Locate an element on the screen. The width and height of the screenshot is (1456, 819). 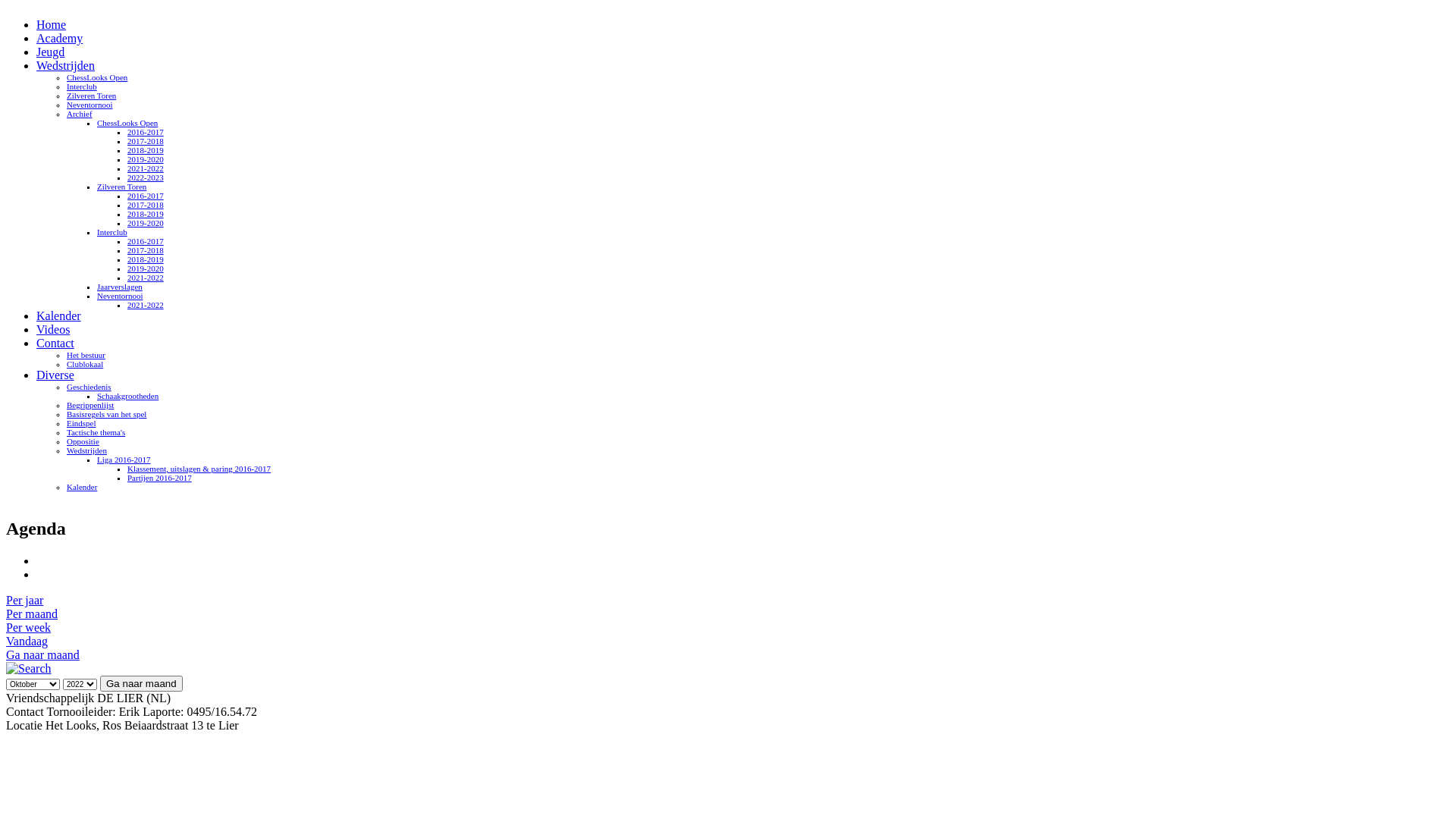
'2017-2018' is located at coordinates (127, 205).